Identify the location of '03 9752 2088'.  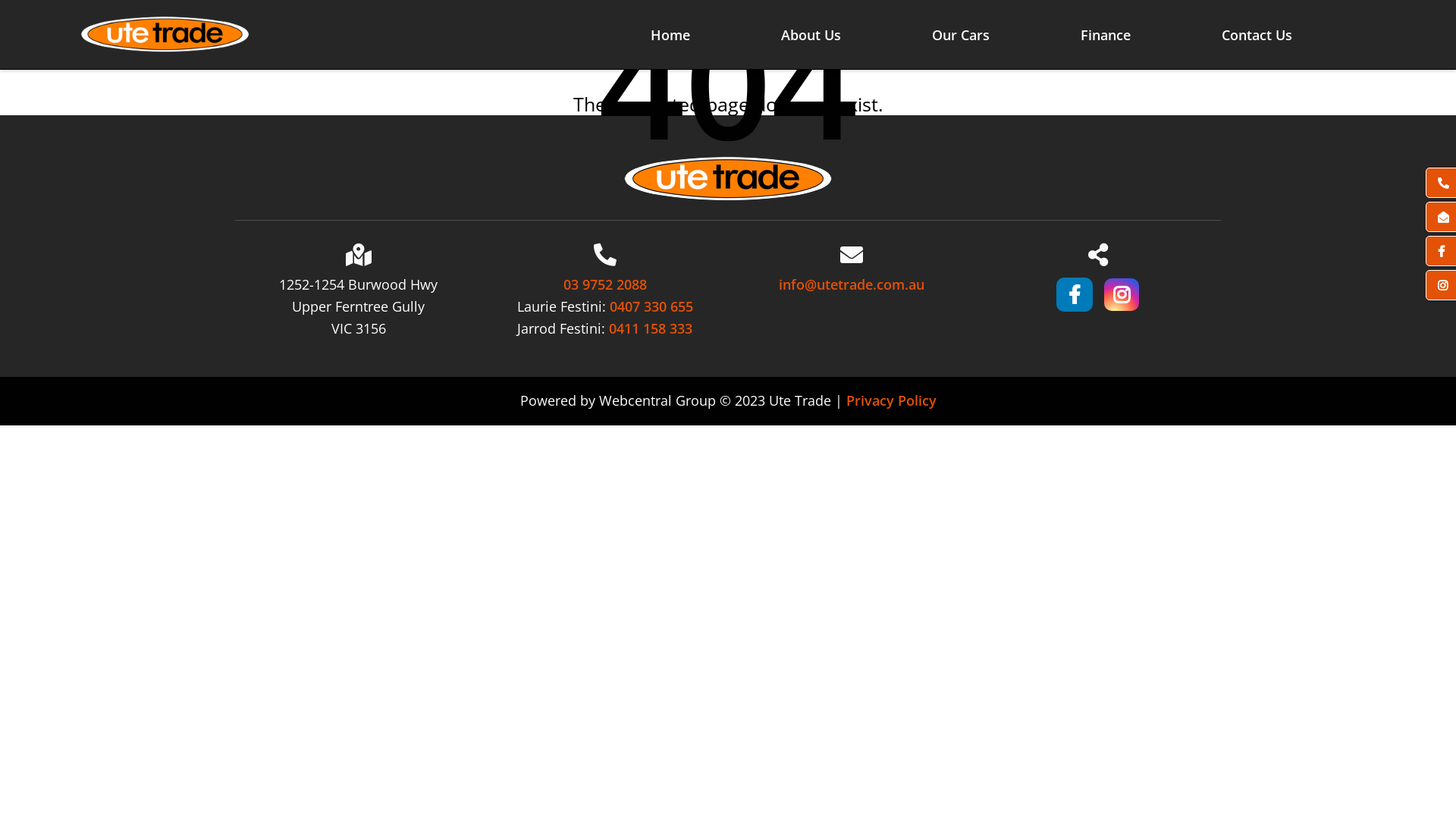
(603, 284).